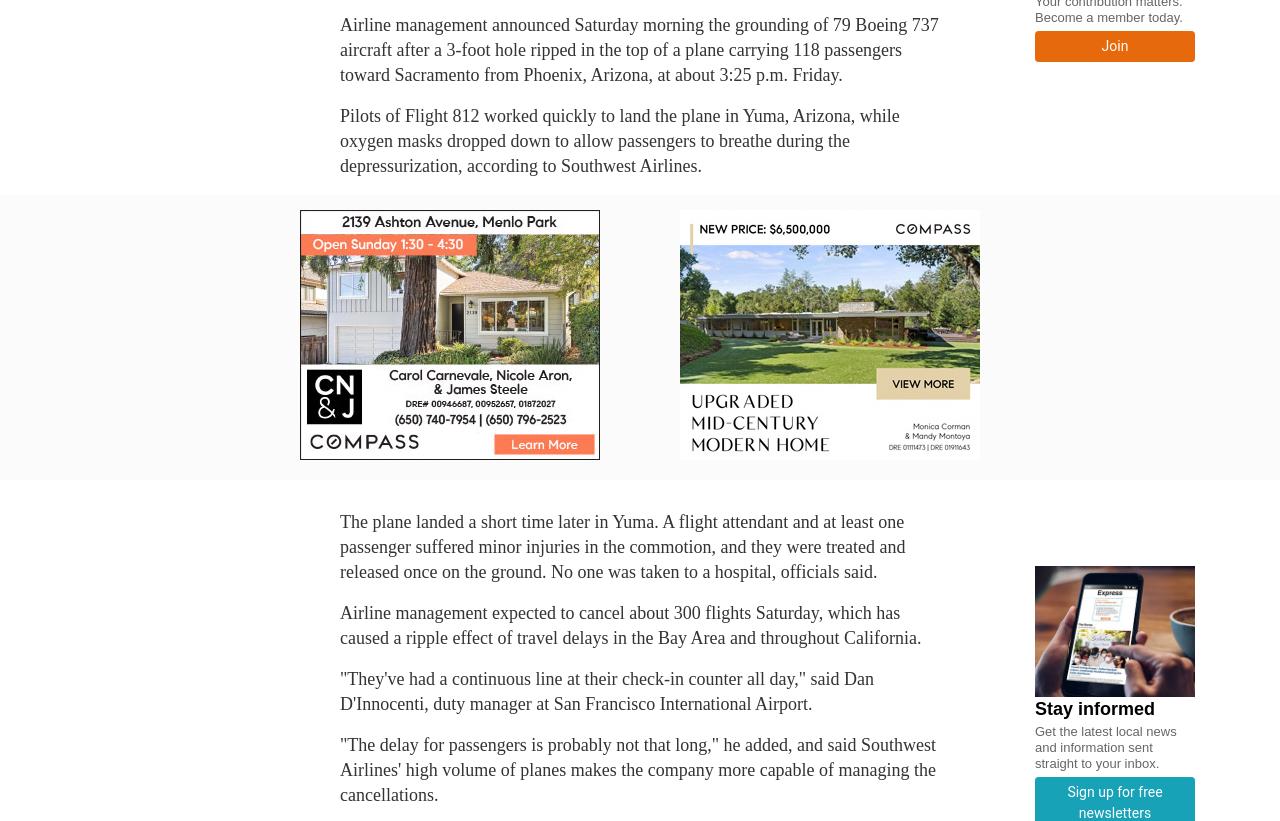 Image resolution: width=1280 pixels, height=821 pixels. What do you see at coordinates (636, 769) in the screenshot?
I see `'"The delay for passengers is probably not that long," he added, and said Southwest Airlines' high volume of planes makes the company more capable of managing the cancellations.'` at bounding box center [636, 769].